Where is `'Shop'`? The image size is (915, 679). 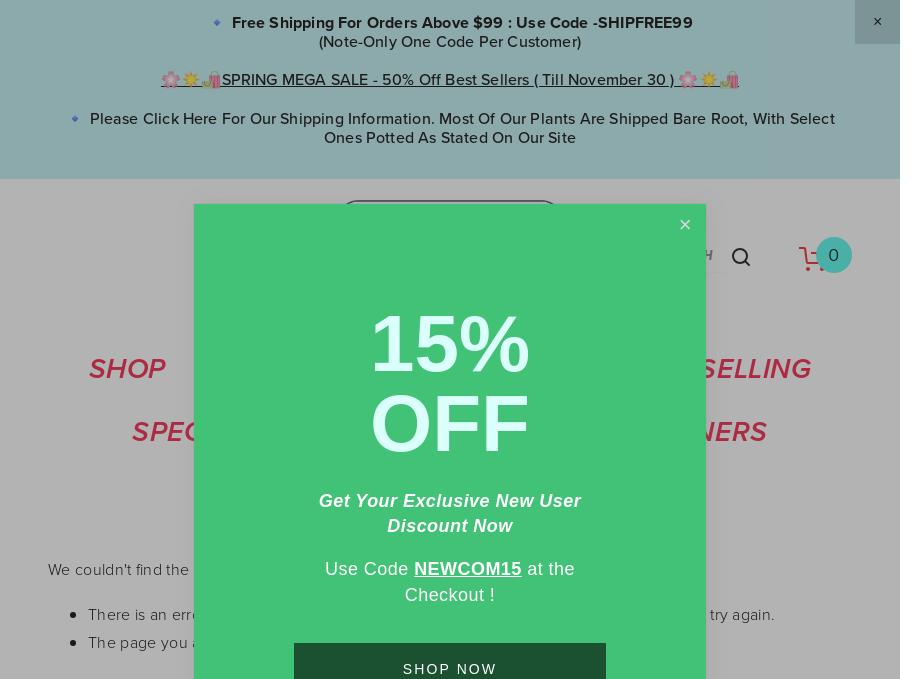
'Shop' is located at coordinates (87, 368).